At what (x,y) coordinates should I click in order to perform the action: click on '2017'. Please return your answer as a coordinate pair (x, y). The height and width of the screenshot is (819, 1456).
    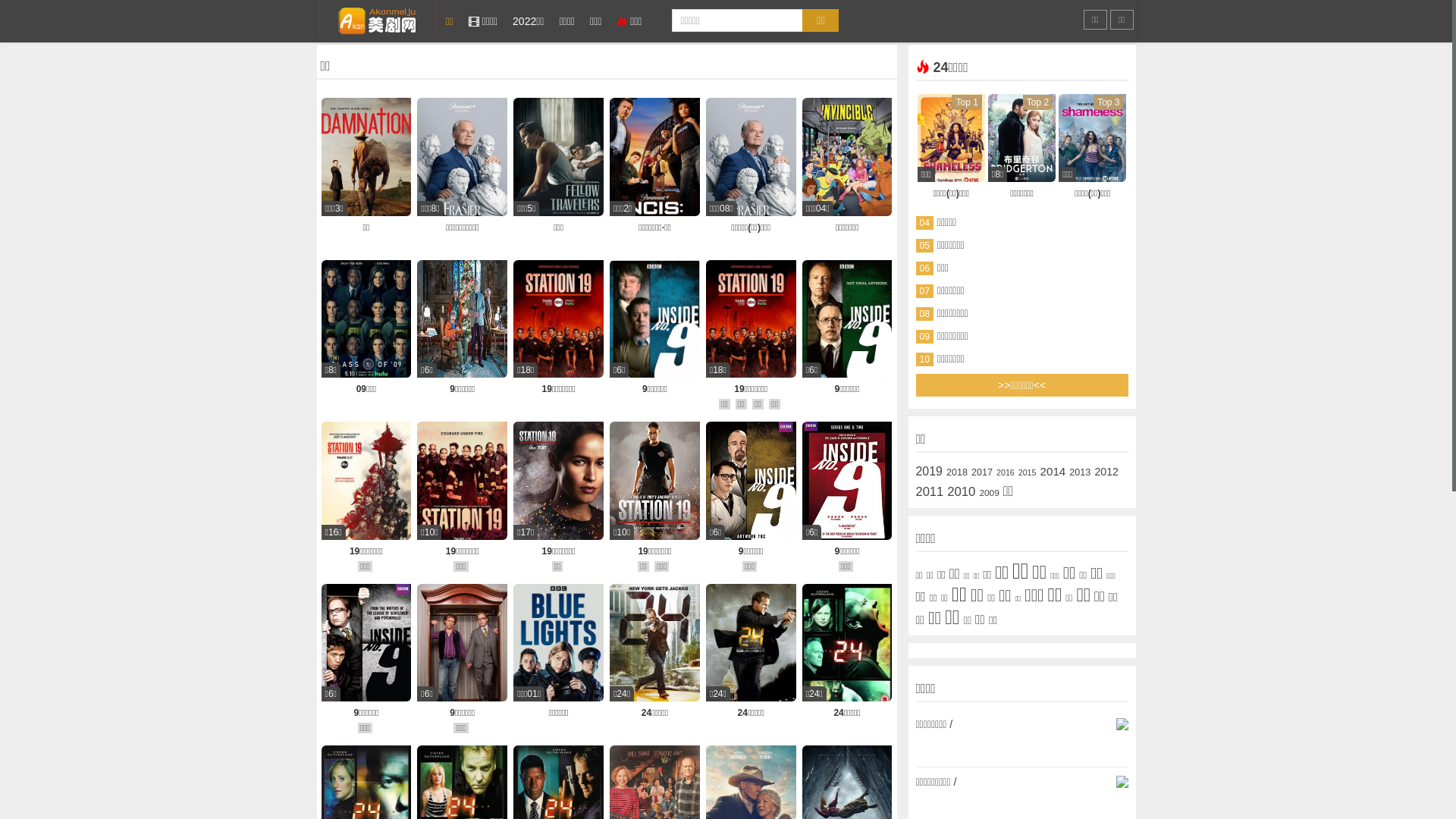
    Looking at the image, I should click on (971, 472).